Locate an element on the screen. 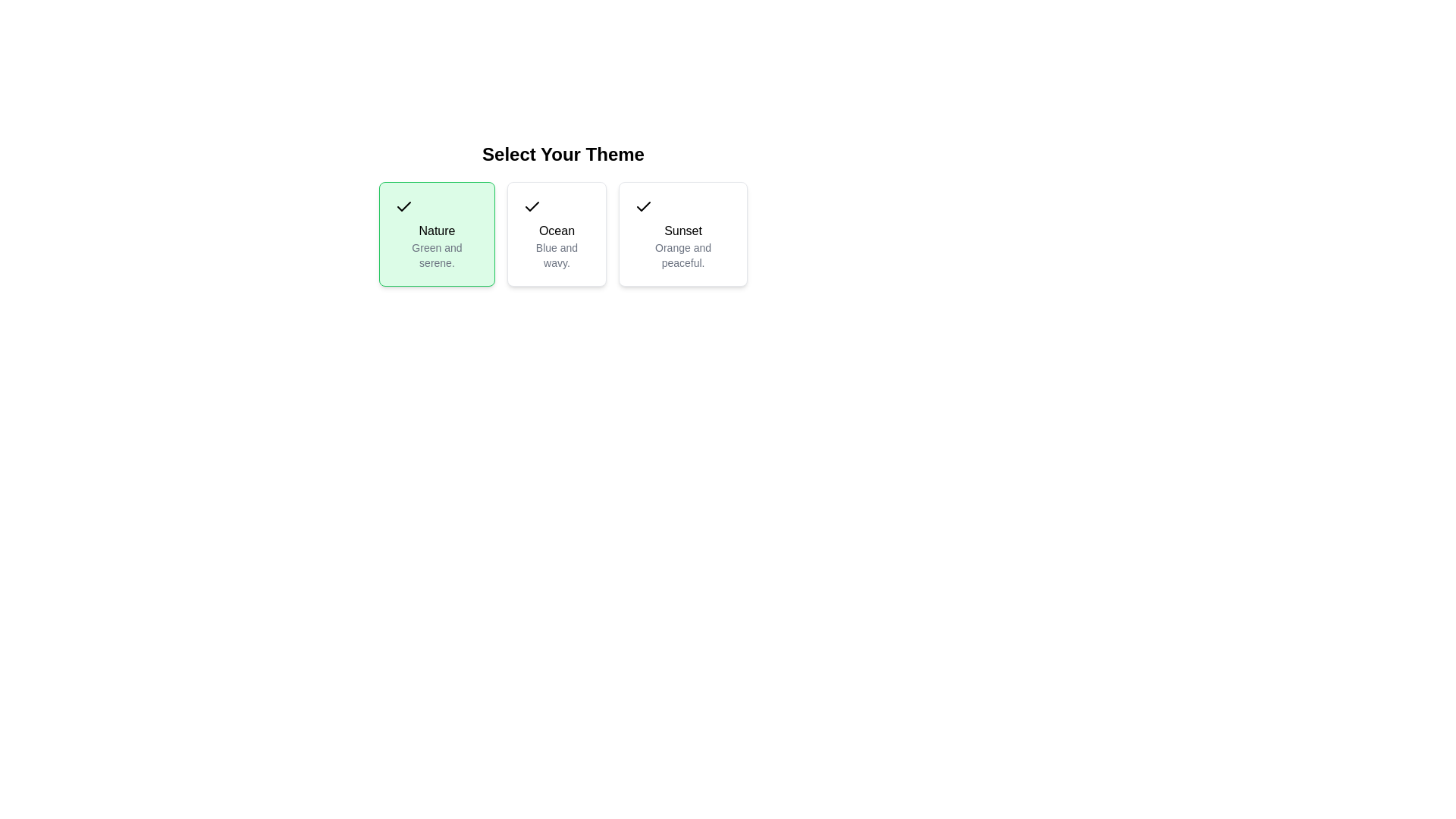 Image resolution: width=1456 pixels, height=819 pixels. the state of the checkmark symbol located in the second item of the horizontal list of three selectable themes under 'Ocean - Blue and wavy' is located at coordinates (532, 206).